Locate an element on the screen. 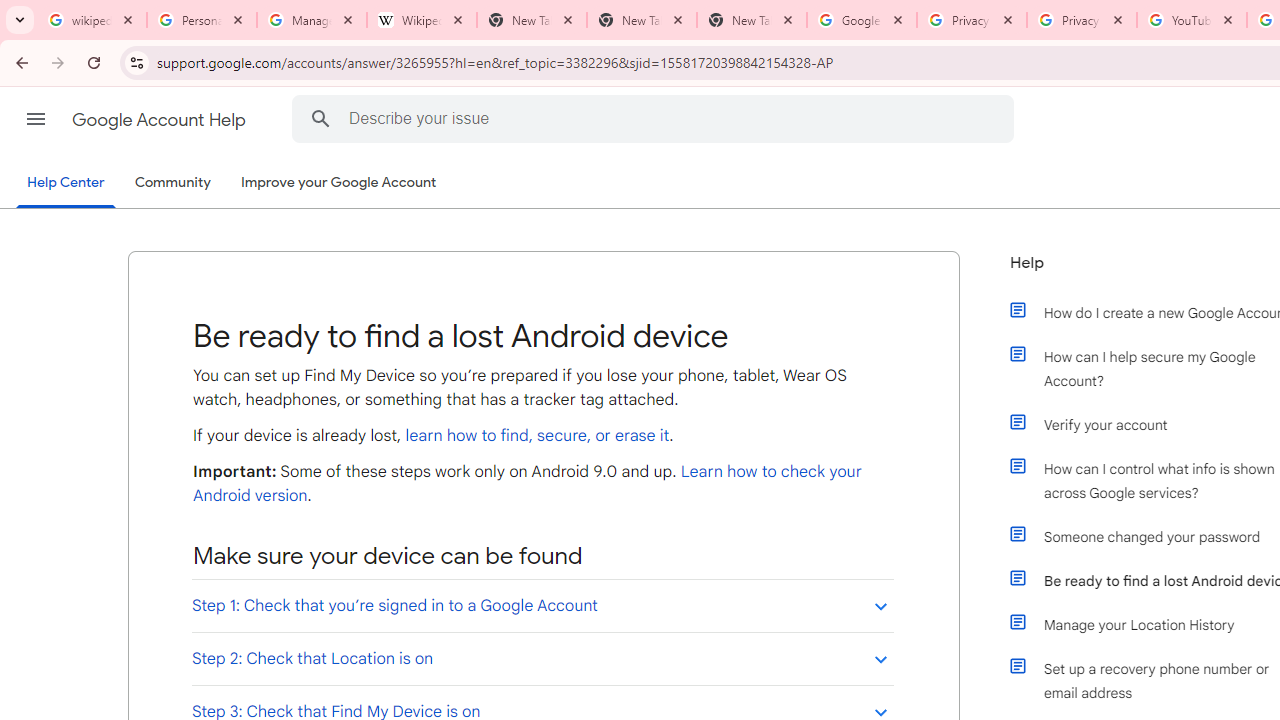 This screenshot has height=720, width=1280. 'Step 2: Check that Location is on' is located at coordinates (542, 658).